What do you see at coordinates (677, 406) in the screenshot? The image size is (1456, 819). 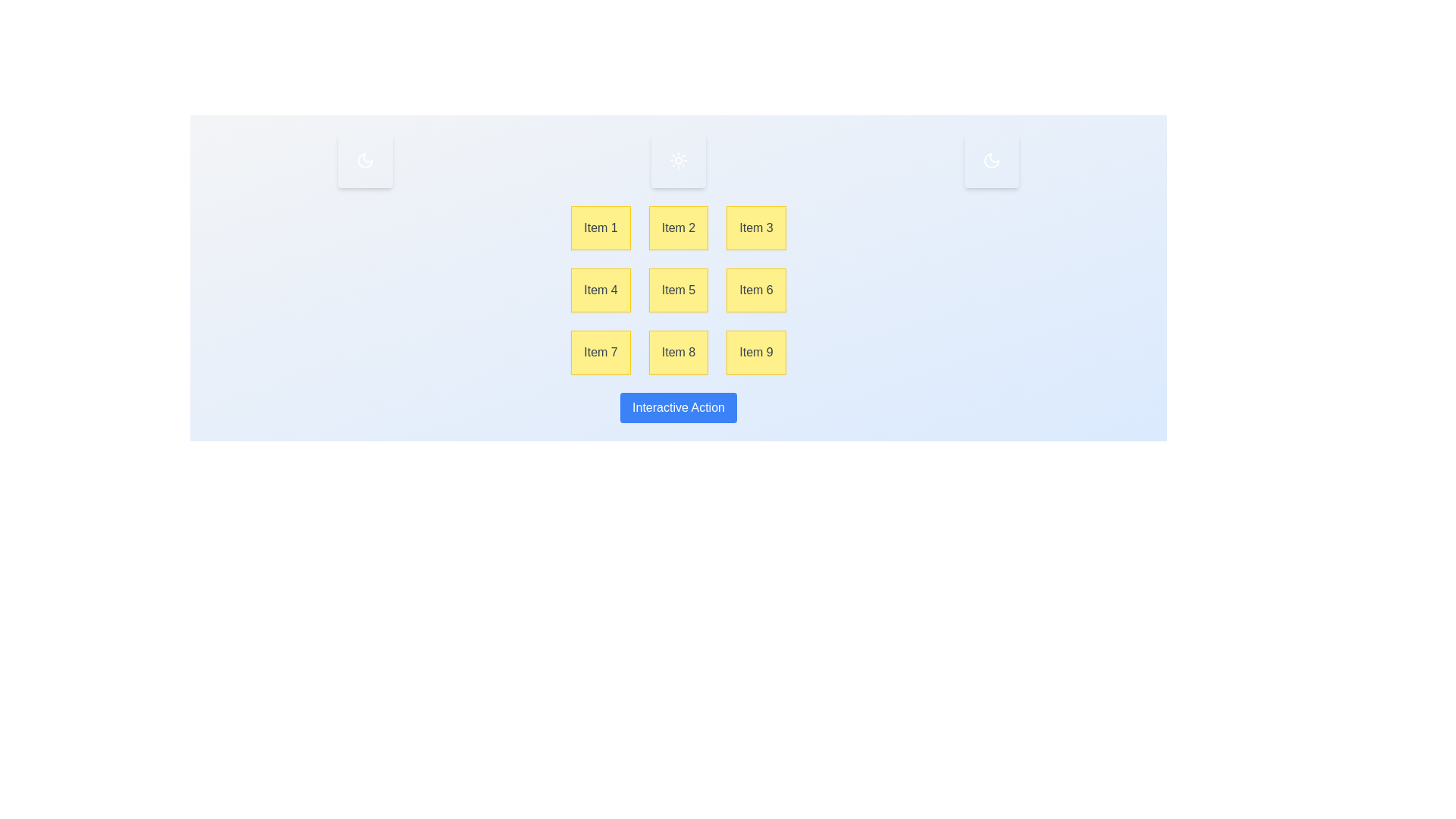 I see `the rectangular button with a blue background and white text labeled 'Interactive Action' to observe its styling changes` at bounding box center [677, 406].